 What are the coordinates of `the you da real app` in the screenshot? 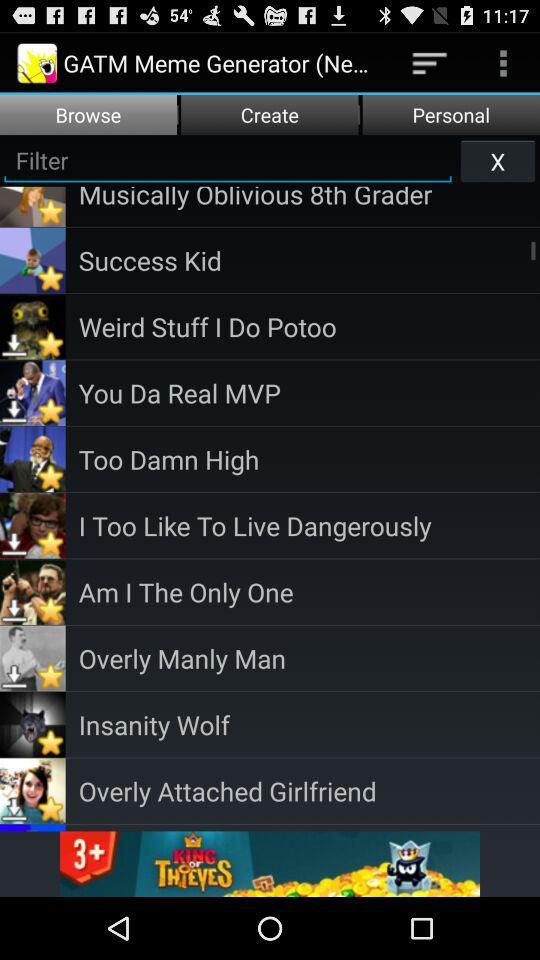 It's located at (309, 391).